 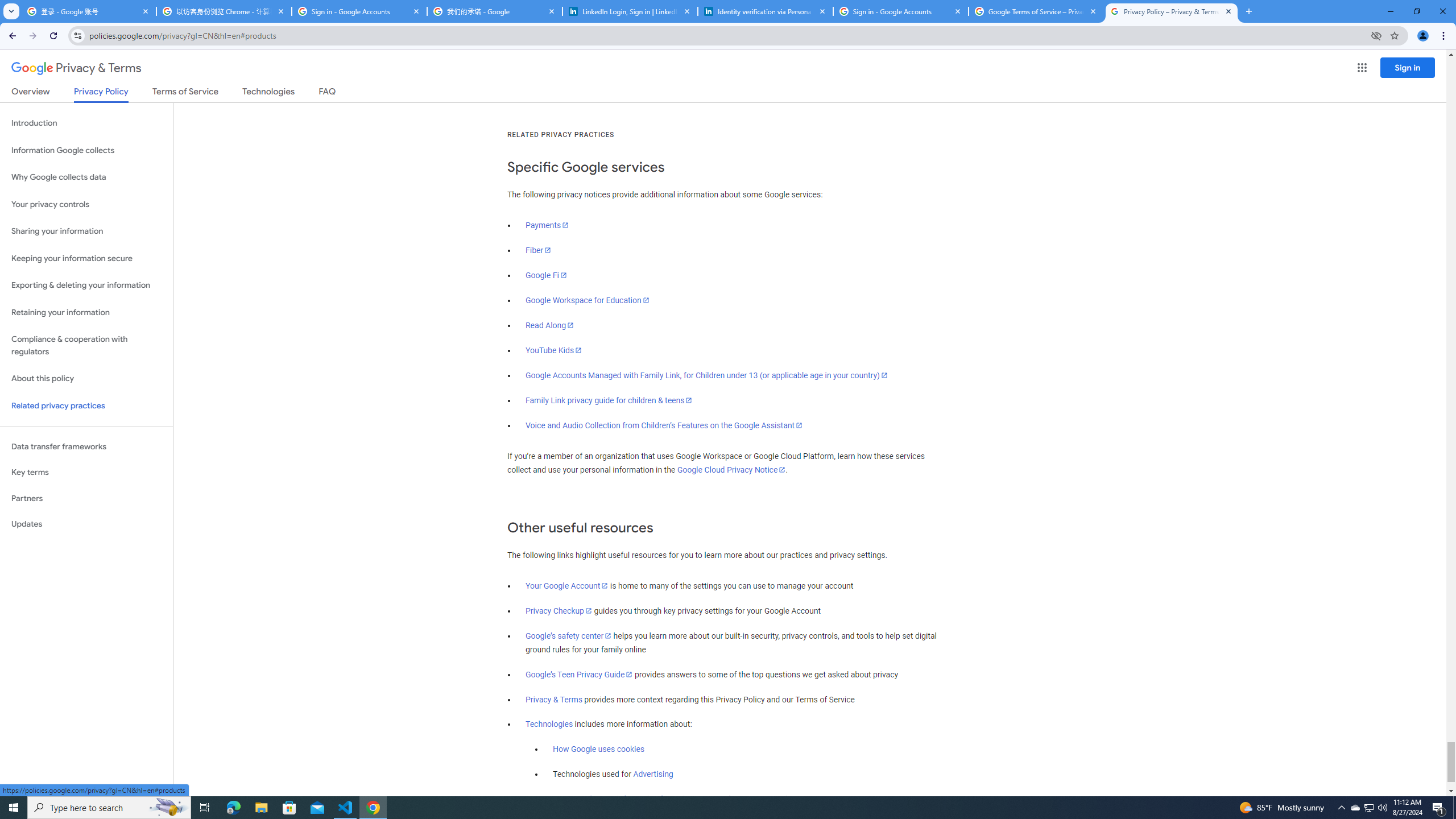 I want to click on 'Google Fi', so click(x=545, y=274).